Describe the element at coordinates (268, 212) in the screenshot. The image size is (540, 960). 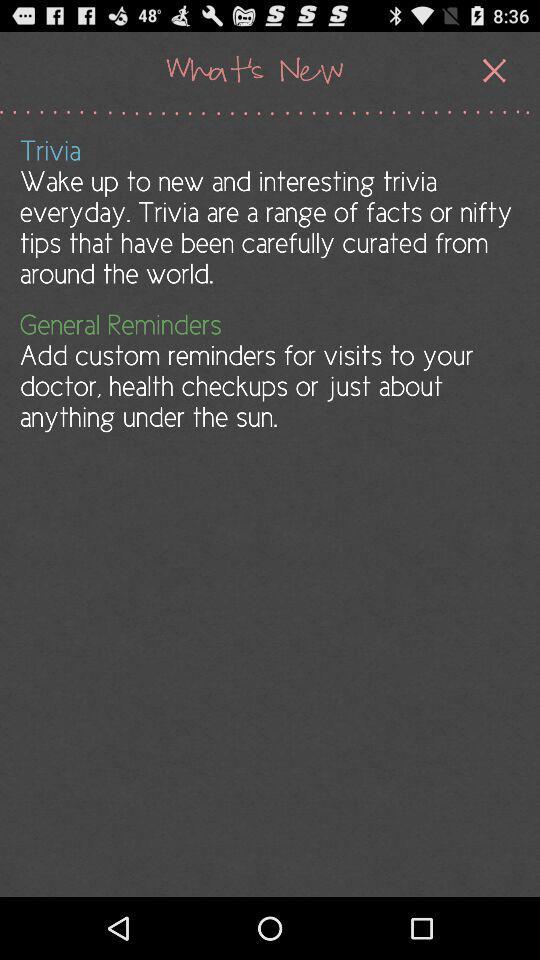
I see `trivia wake up app` at that location.